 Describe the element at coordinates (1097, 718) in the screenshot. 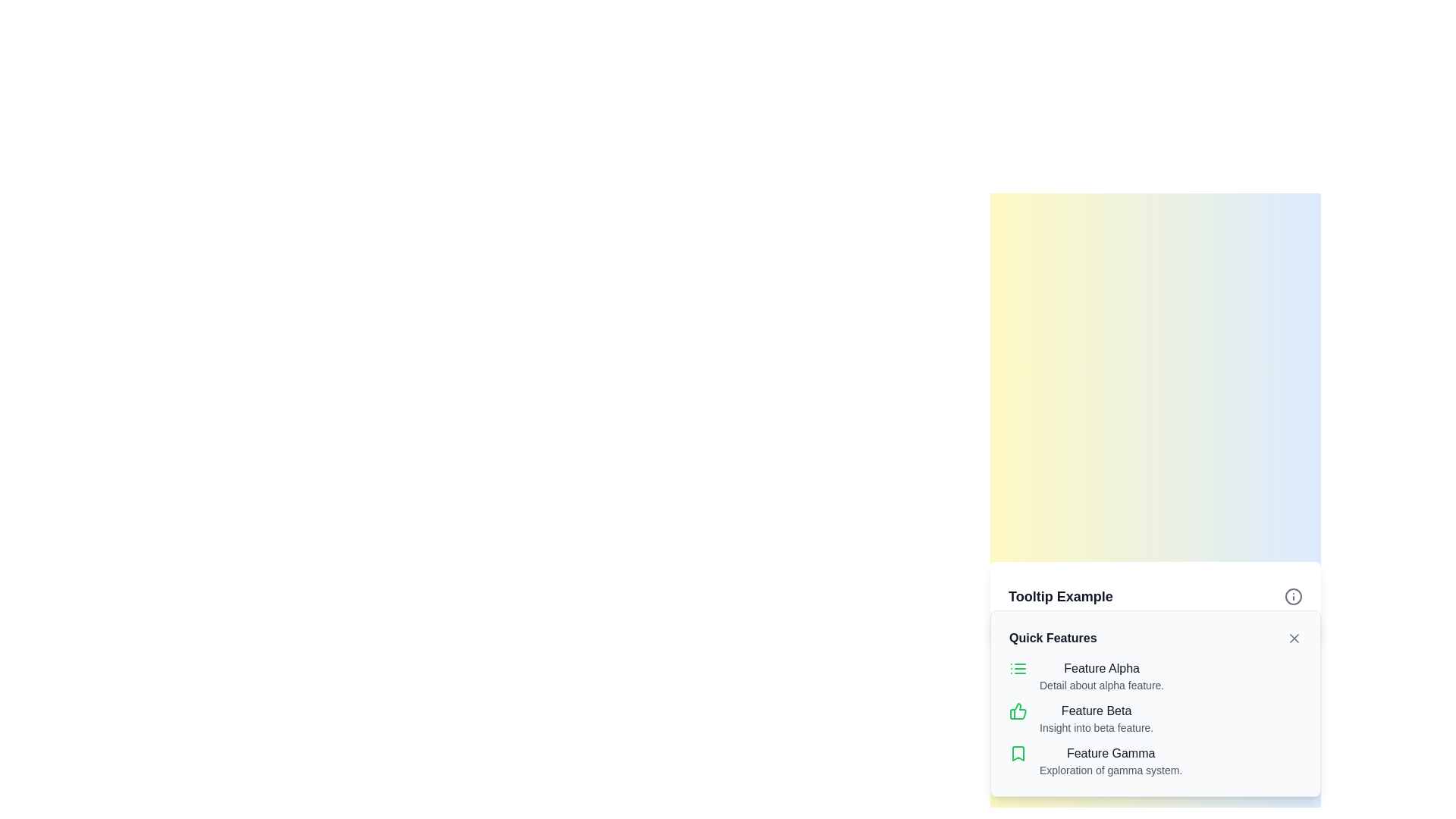

I see `the text block titled 'Feature Beta' which contains a bold, dark-gray title and a smaller, lighter gray description, located in the second row of the 'Quick Features' section` at that location.